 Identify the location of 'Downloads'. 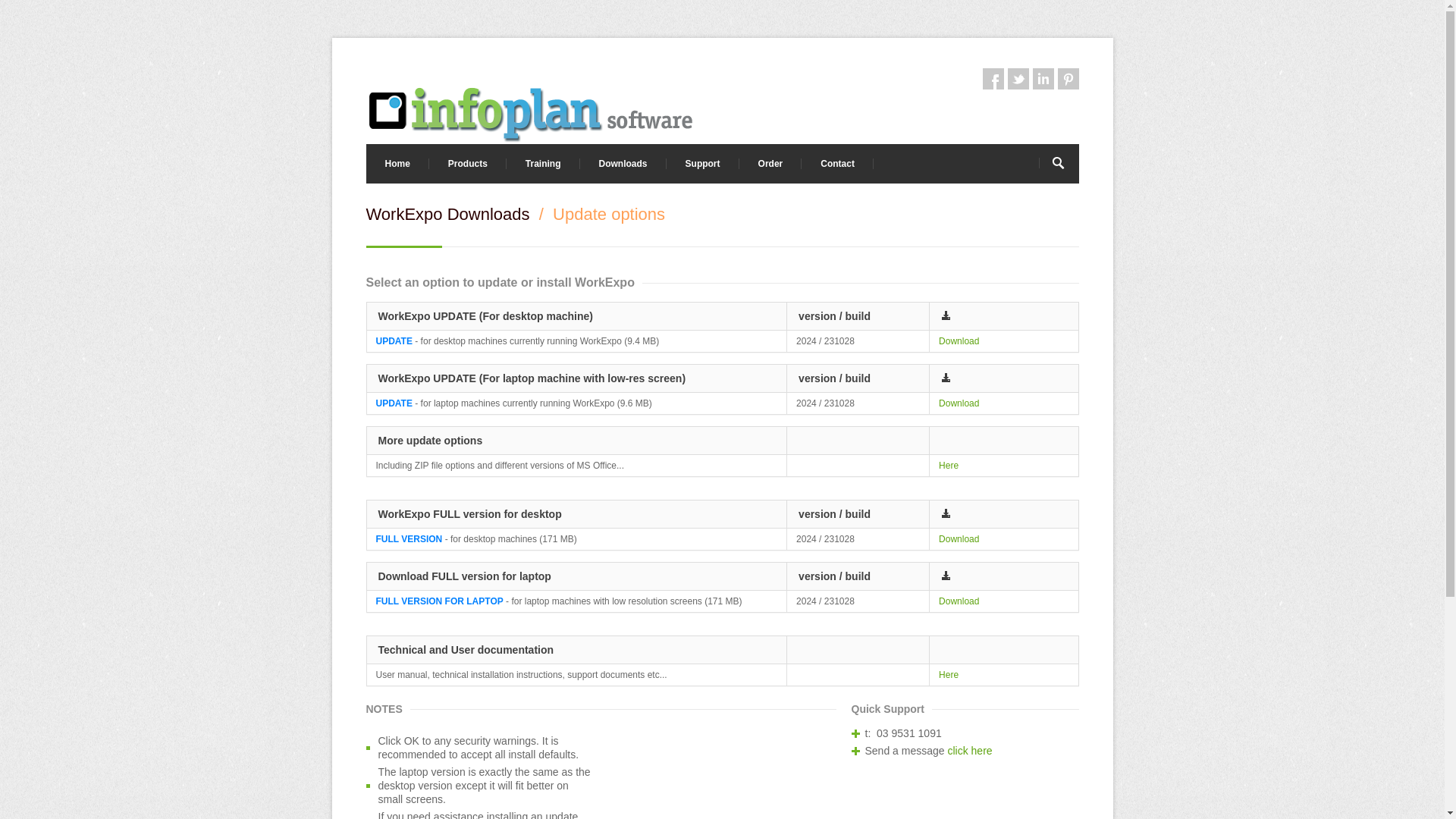
(623, 164).